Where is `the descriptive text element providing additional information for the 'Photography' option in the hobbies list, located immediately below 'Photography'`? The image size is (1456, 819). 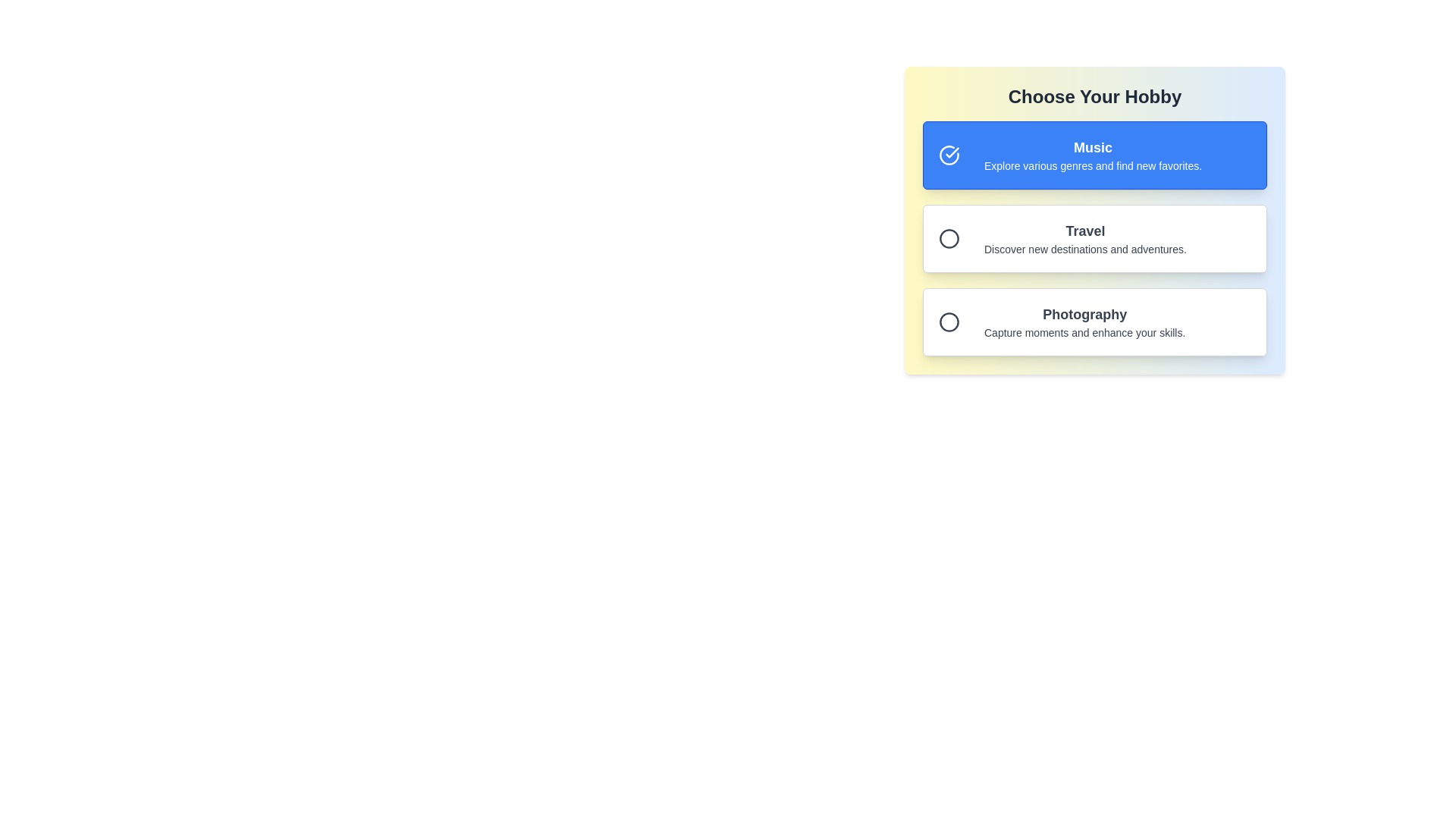 the descriptive text element providing additional information for the 'Photography' option in the hobbies list, located immediately below 'Photography' is located at coordinates (1084, 332).